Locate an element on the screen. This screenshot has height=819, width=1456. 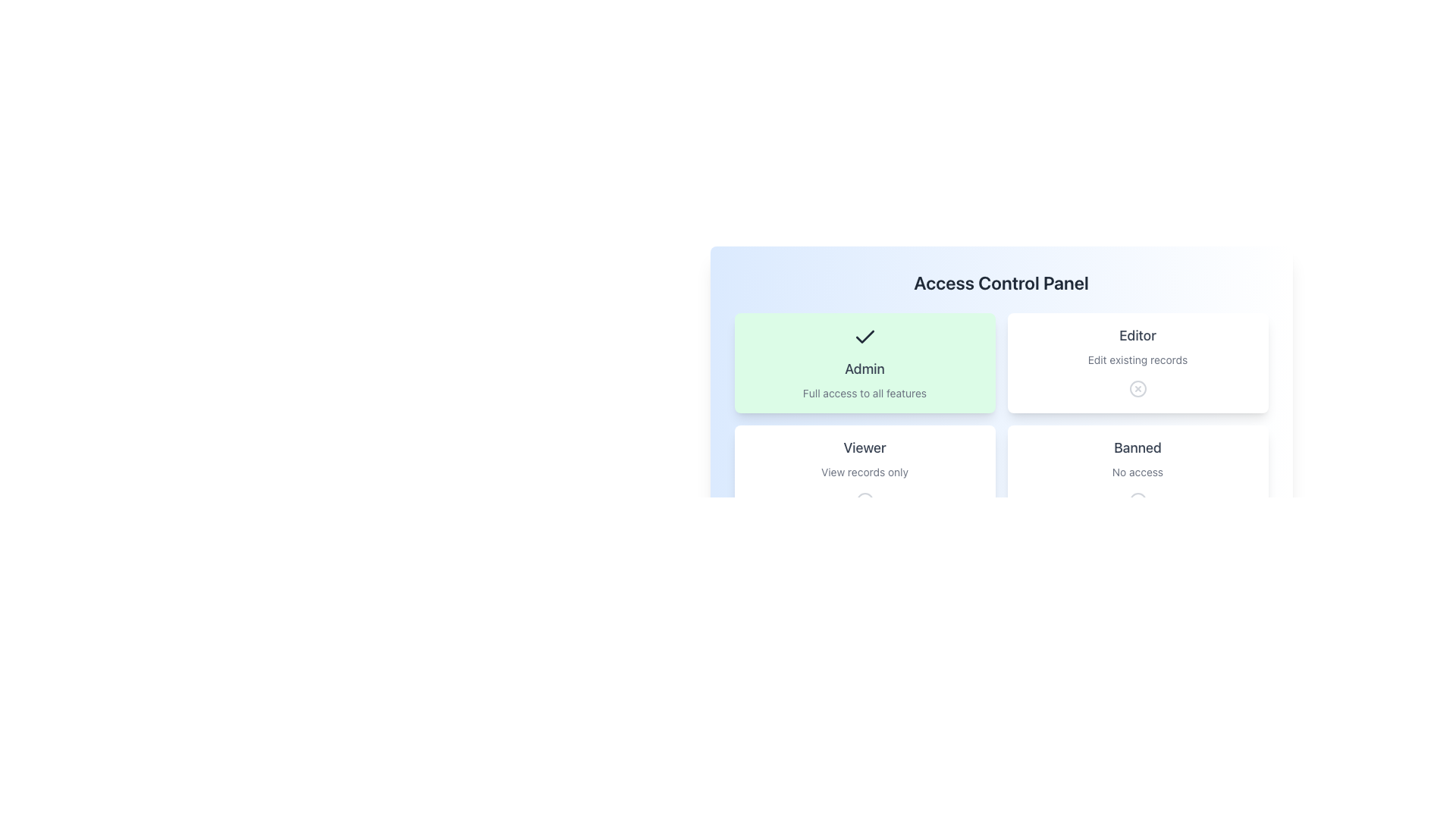
the circular decorative element with a light gray outline and white fill, located in the top-right section of the 'Editor' card is located at coordinates (1137, 388).